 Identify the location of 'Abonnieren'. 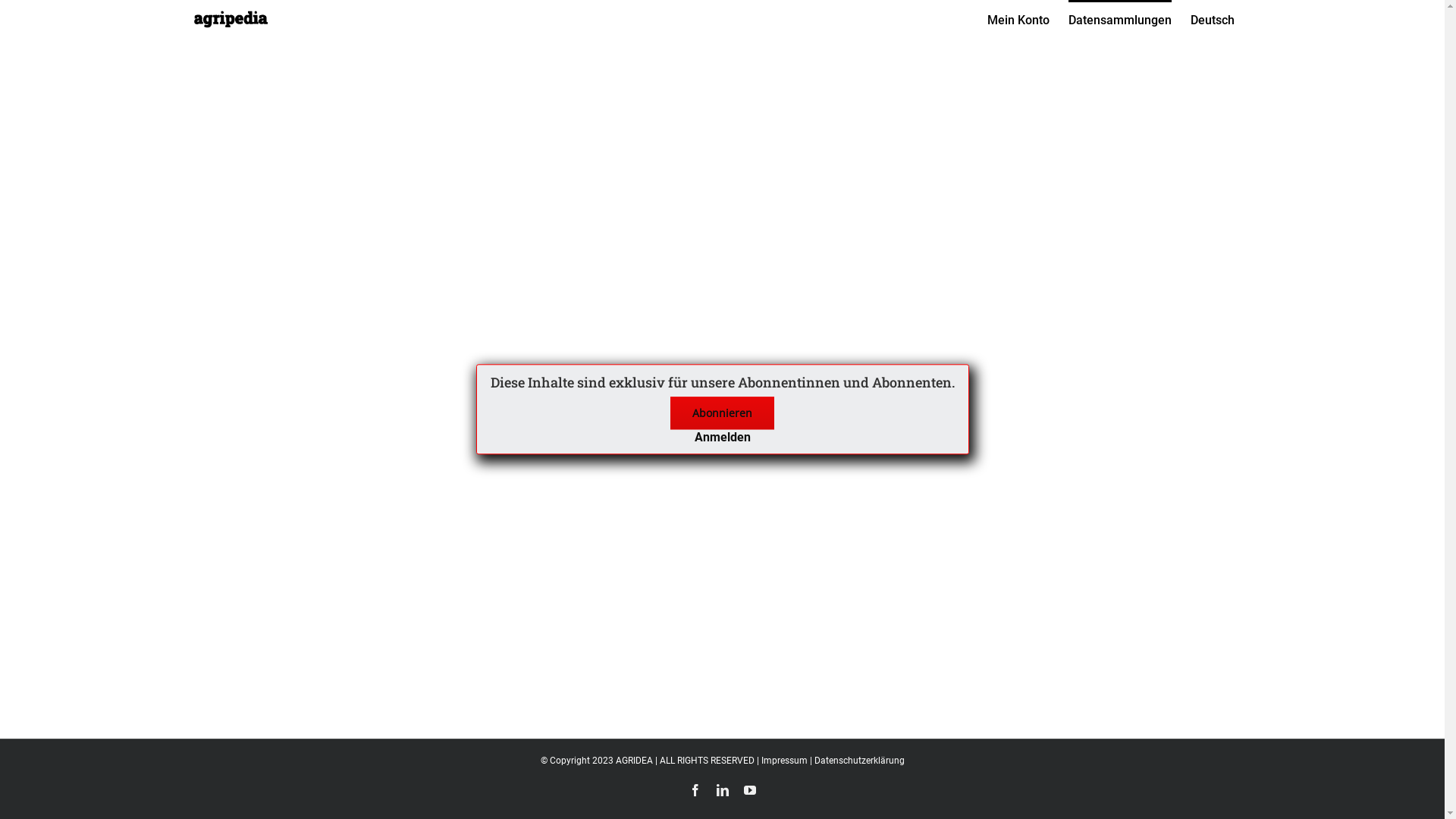
(669, 413).